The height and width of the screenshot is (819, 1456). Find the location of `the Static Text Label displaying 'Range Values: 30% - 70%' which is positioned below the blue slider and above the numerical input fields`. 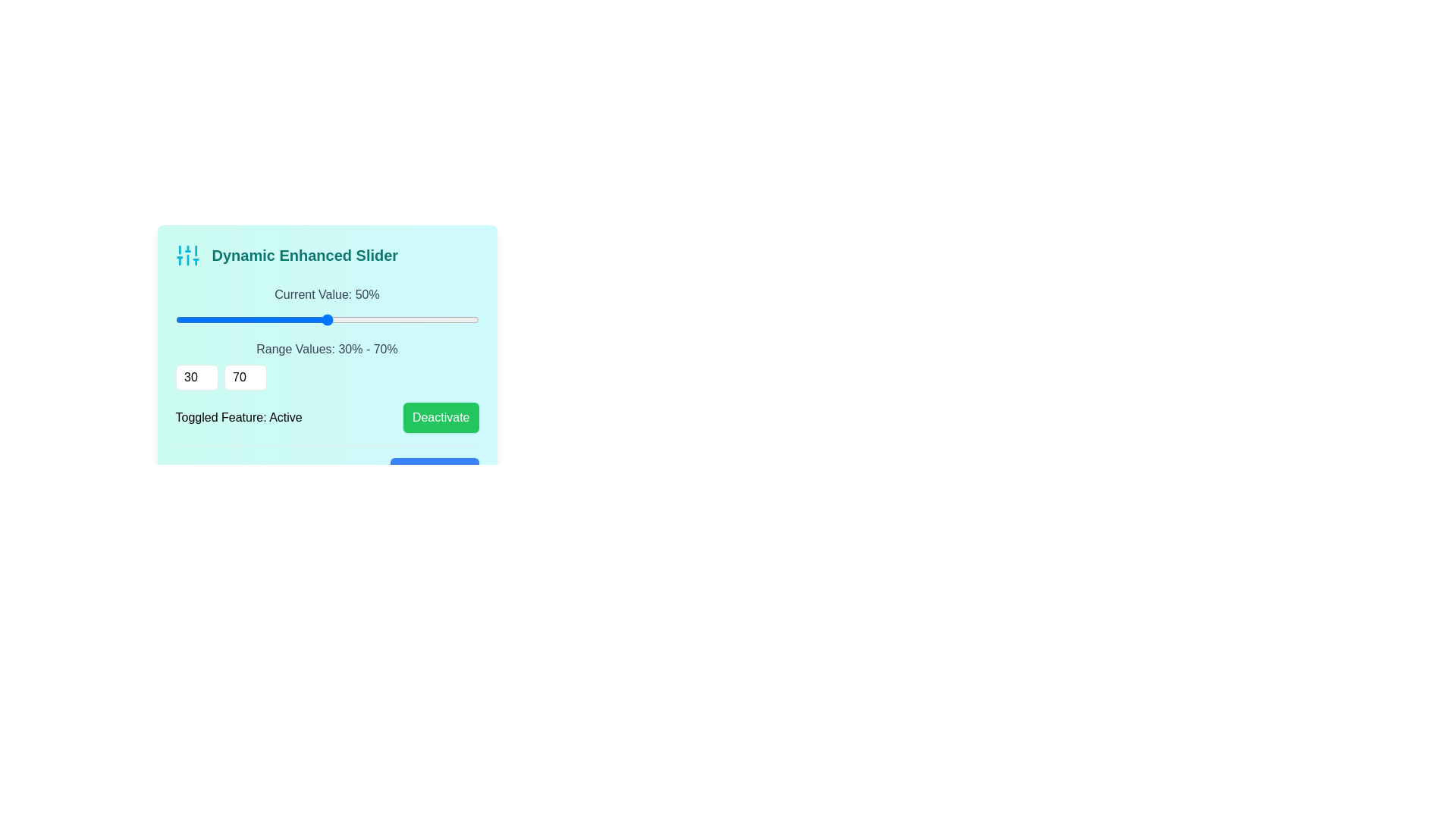

the Static Text Label displaying 'Range Values: 30% - 70%' which is positioned below the blue slider and above the numerical input fields is located at coordinates (326, 350).